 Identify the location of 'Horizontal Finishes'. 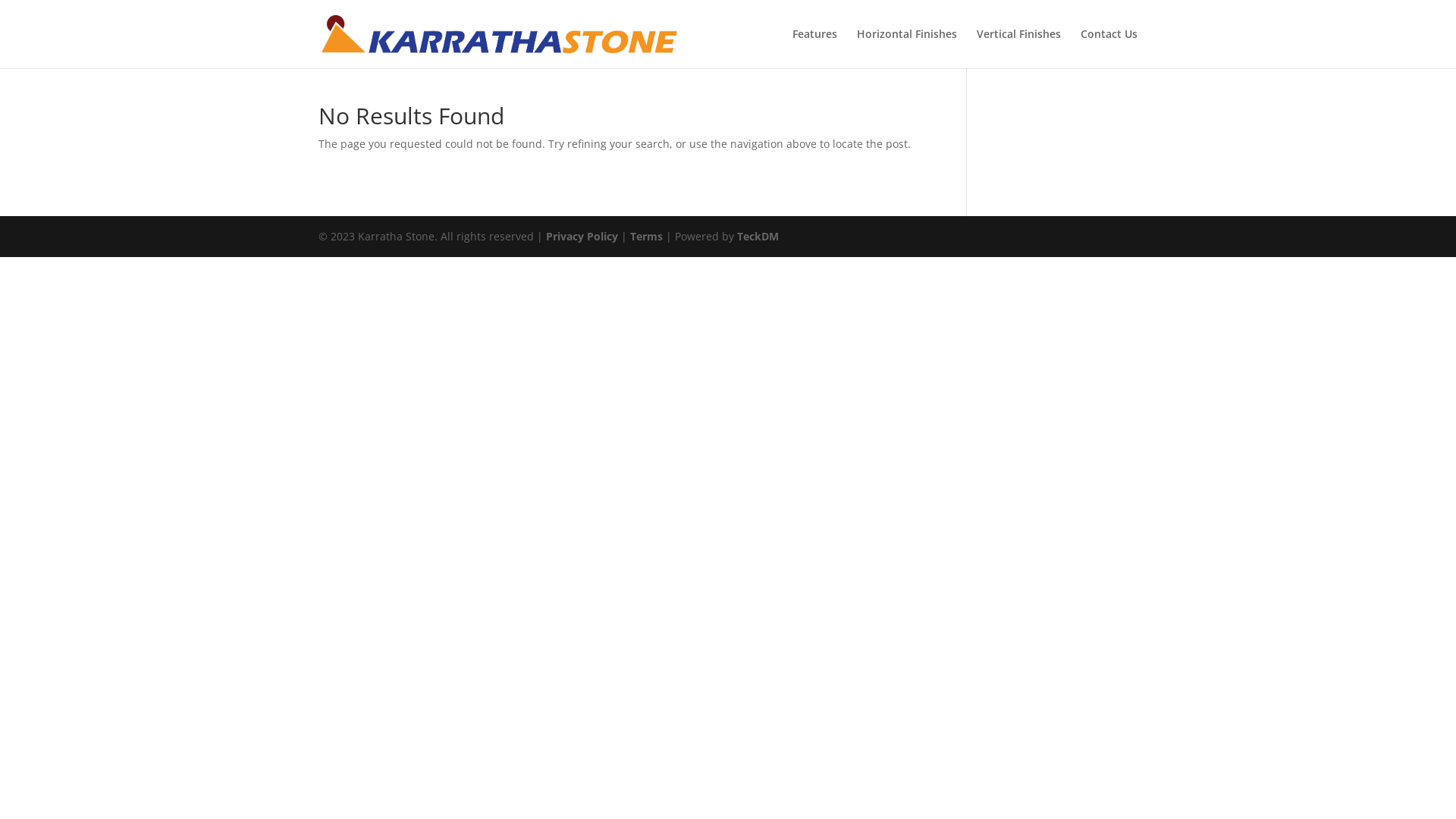
(856, 48).